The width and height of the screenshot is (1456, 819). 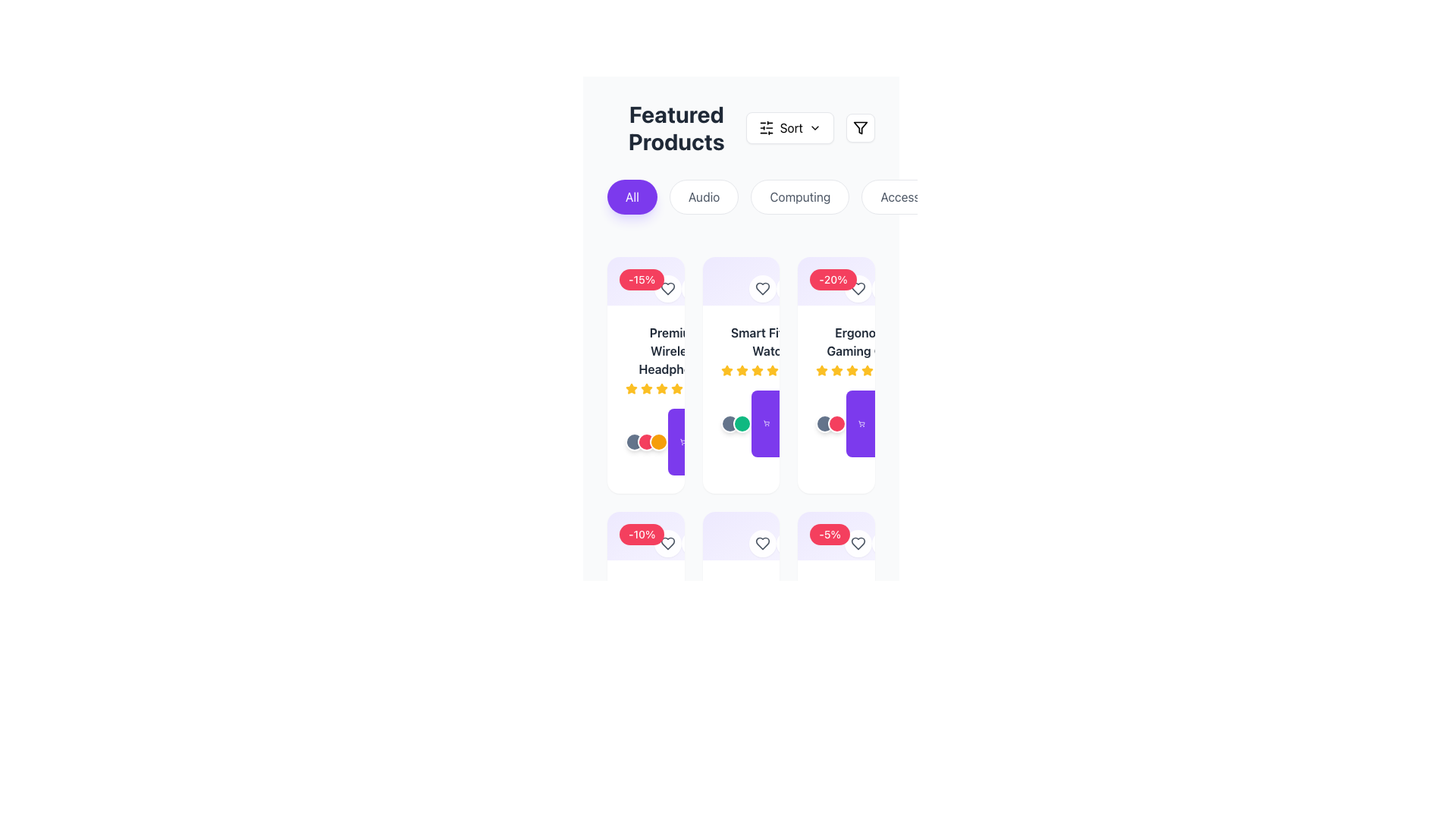 I want to click on the details displayed in the red badge label showing '-10%' located at the top-left corner of the product card, which is the second from the left in the bottom row of the product grid layout, so click(x=642, y=534).